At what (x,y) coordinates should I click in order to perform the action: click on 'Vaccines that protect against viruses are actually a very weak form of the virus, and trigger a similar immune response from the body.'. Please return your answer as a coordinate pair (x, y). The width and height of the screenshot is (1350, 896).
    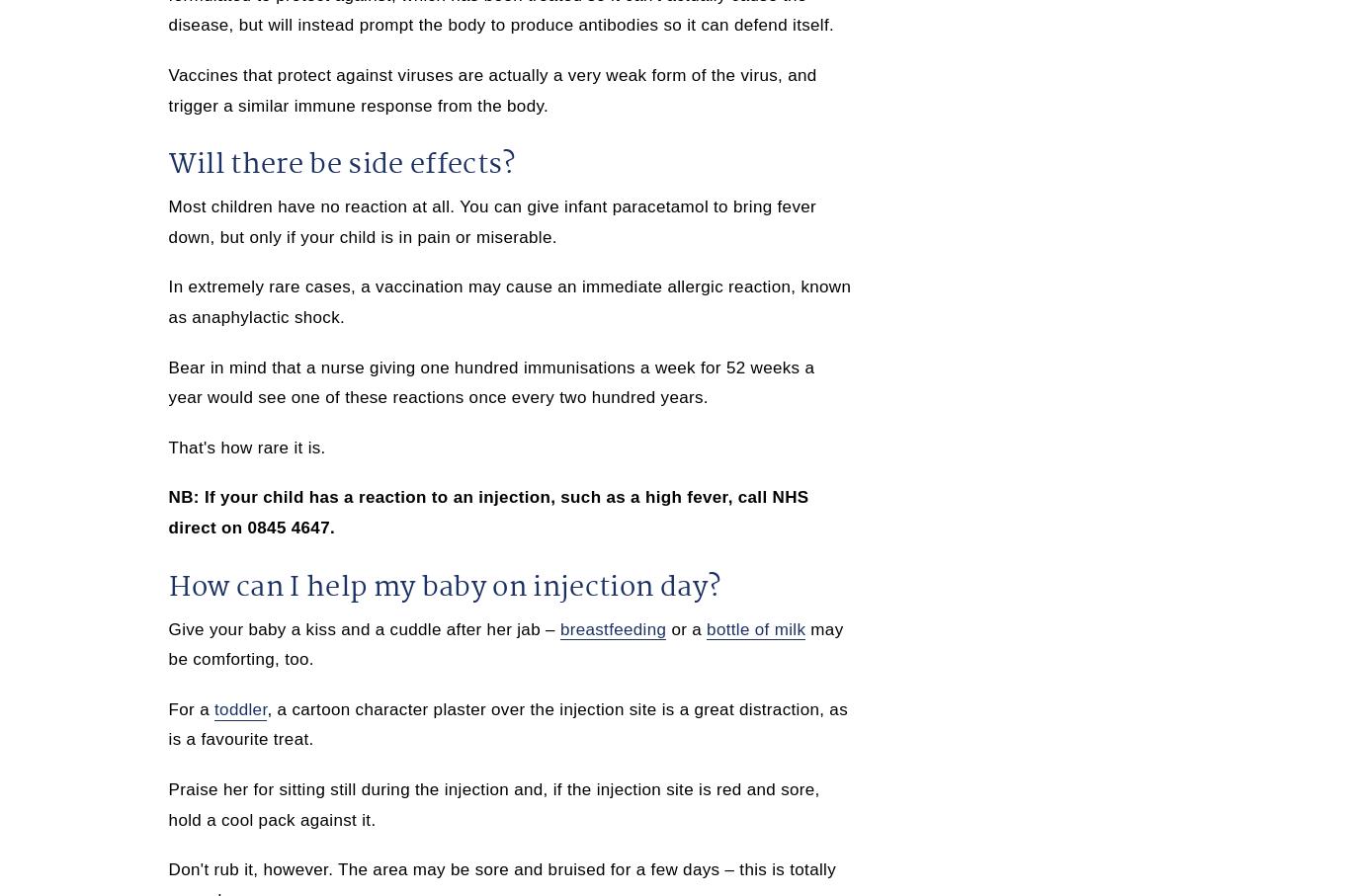
    Looking at the image, I should click on (492, 88).